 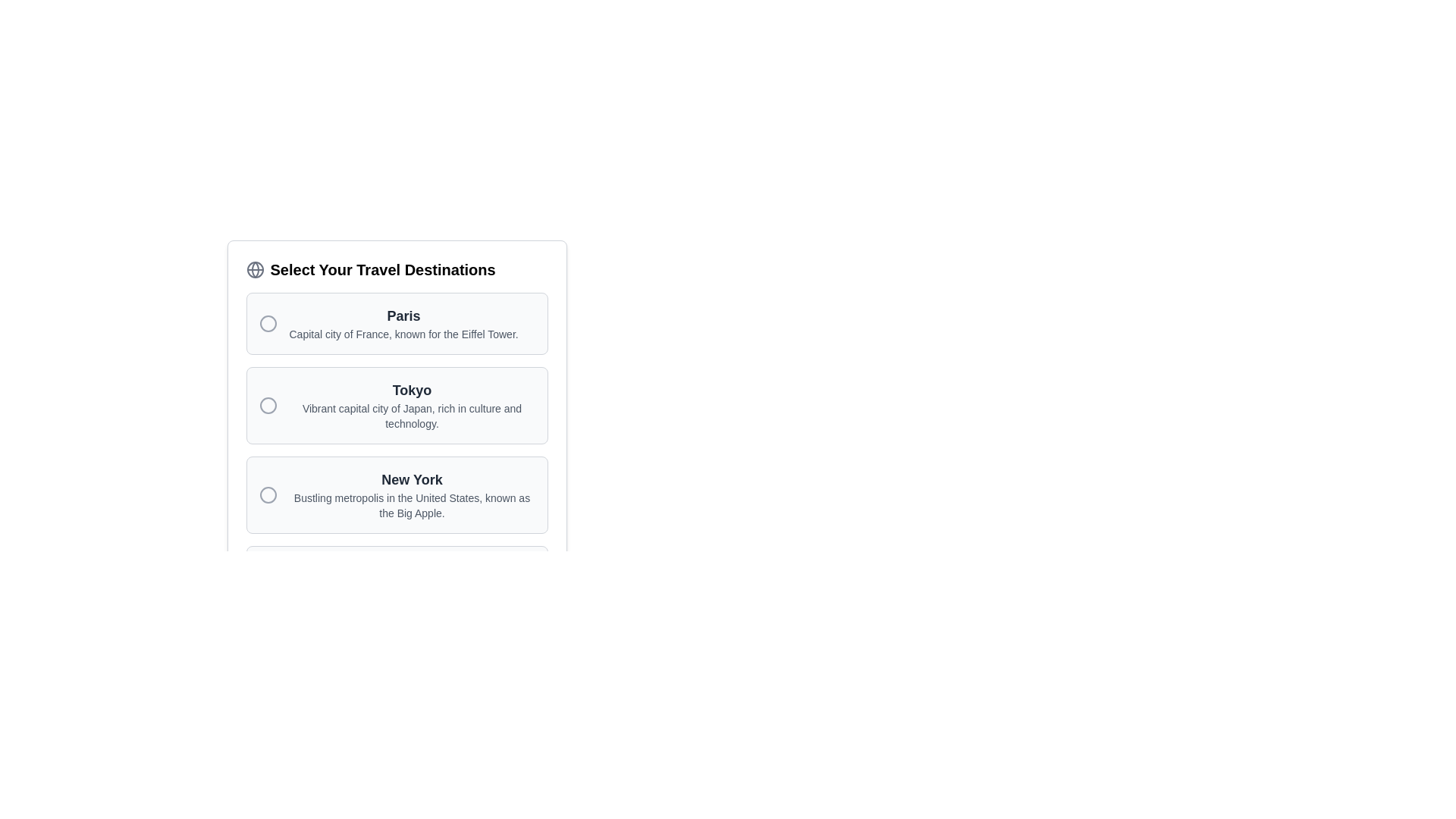 I want to click on the Graphic Circle (SVG) element located at the lower region of the interface, so click(x=268, y=584).